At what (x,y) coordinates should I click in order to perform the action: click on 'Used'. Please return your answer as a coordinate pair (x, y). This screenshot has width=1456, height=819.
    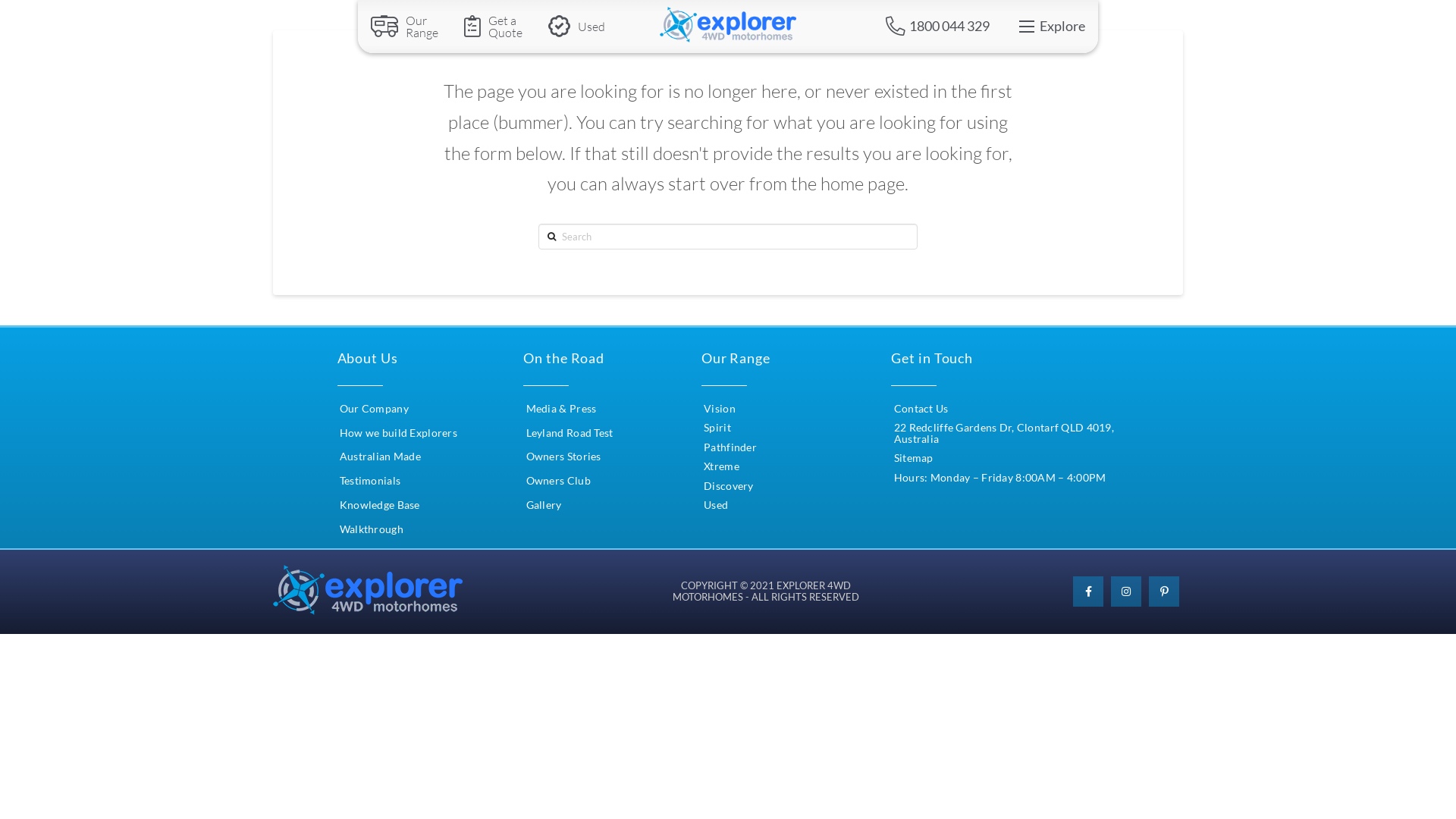
    Looking at the image, I should click on (576, 26).